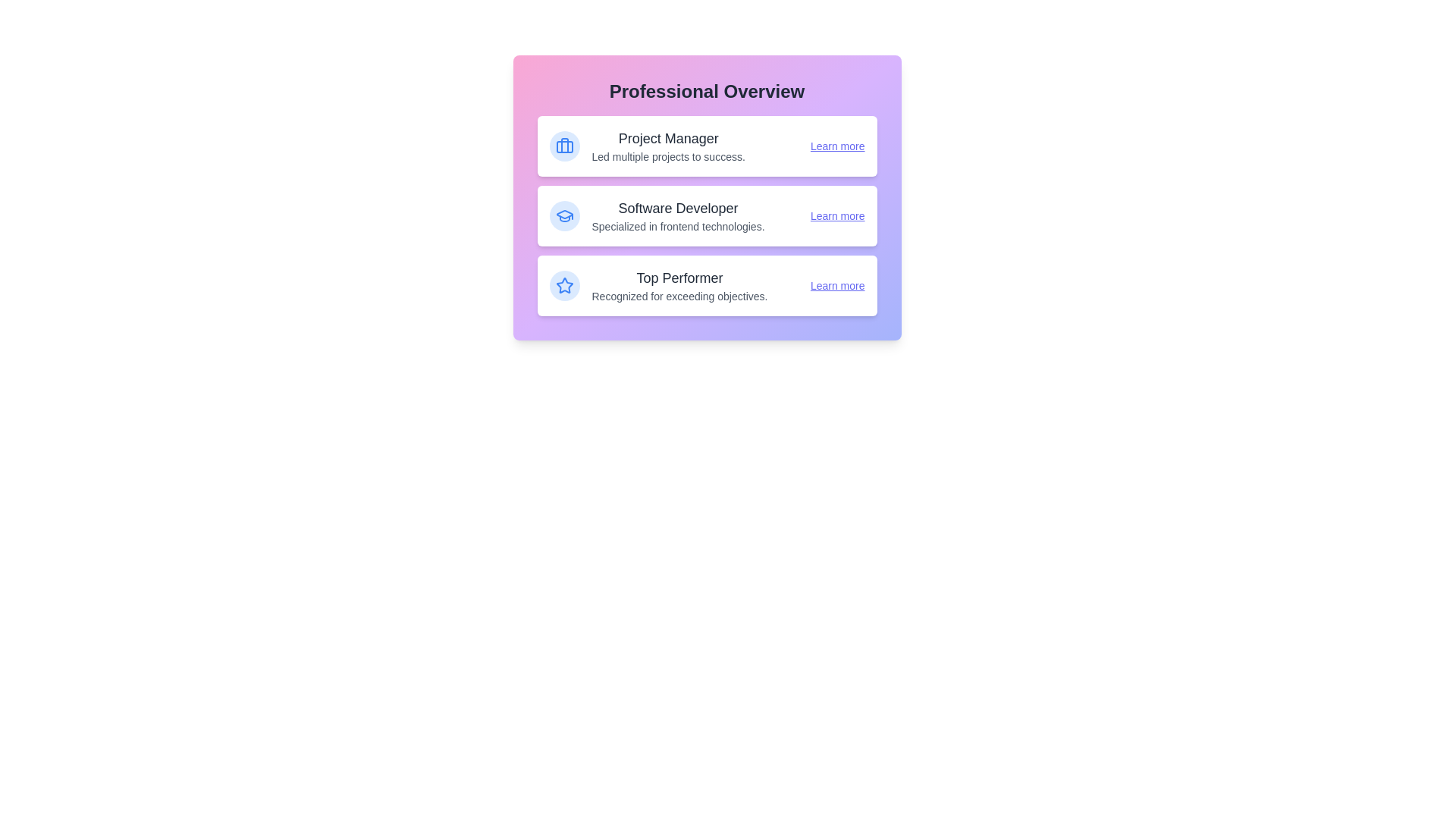  Describe the element at coordinates (706, 286) in the screenshot. I see `the profile card for Top Performer` at that location.